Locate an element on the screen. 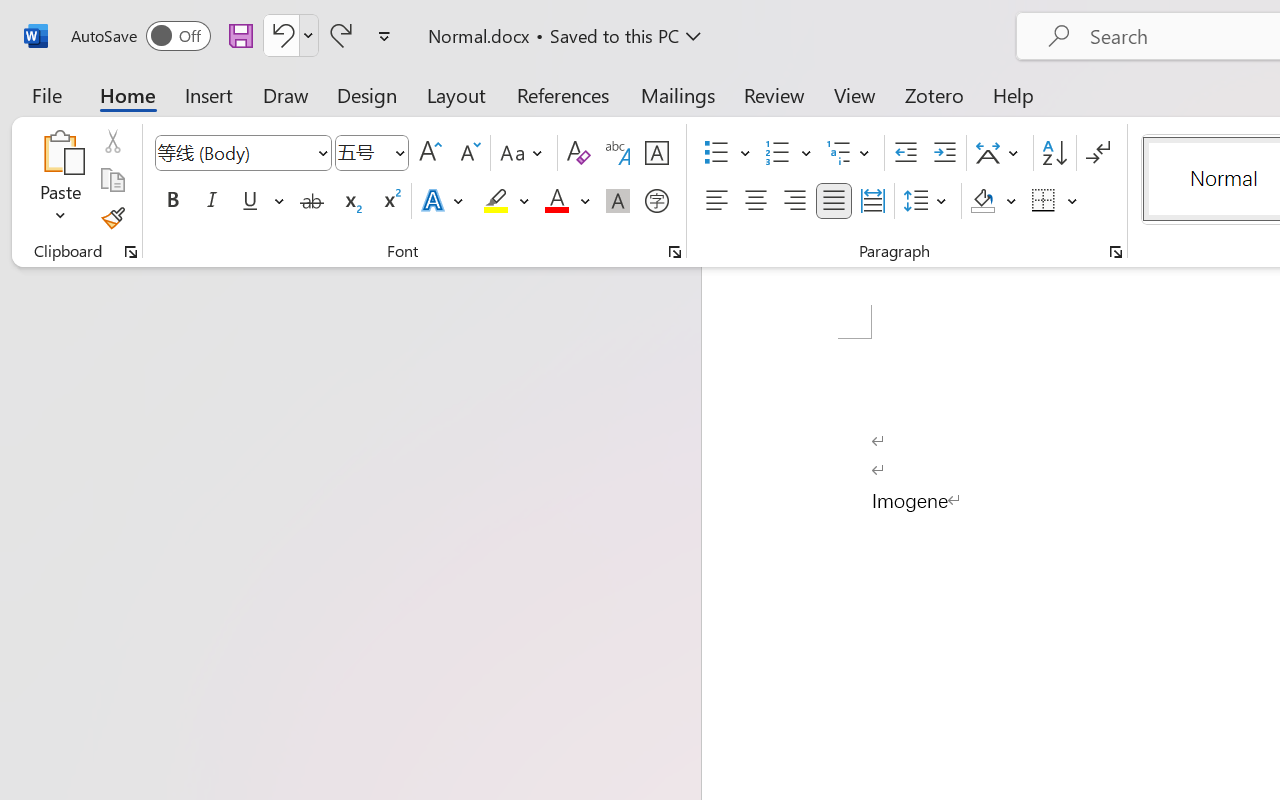 Image resolution: width=1280 pixels, height=800 pixels. 'Help' is located at coordinates (1013, 94).